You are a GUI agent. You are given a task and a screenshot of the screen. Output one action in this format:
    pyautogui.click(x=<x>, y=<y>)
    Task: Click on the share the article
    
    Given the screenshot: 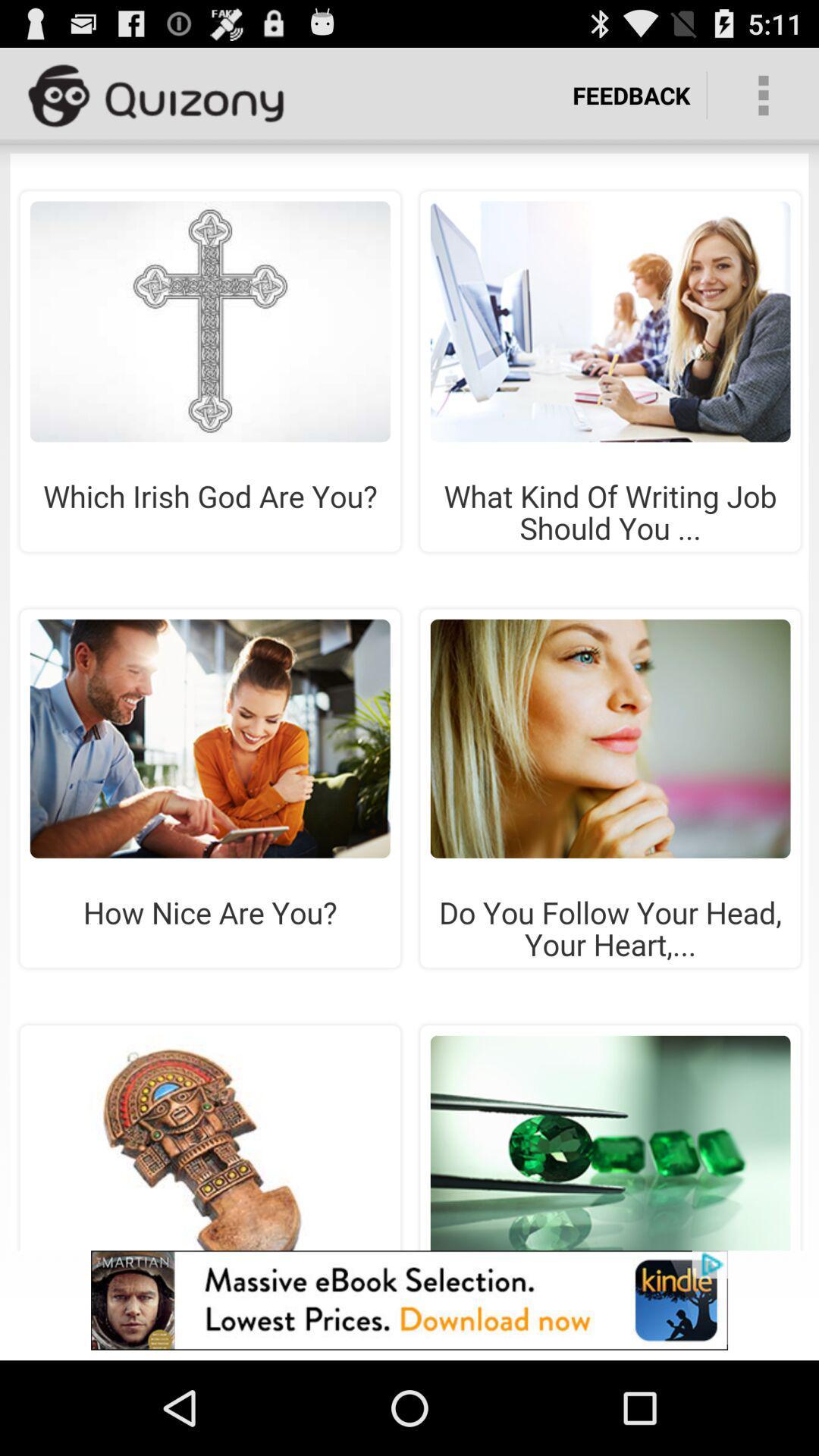 What is the action you would take?
    pyautogui.click(x=409, y=701)
    